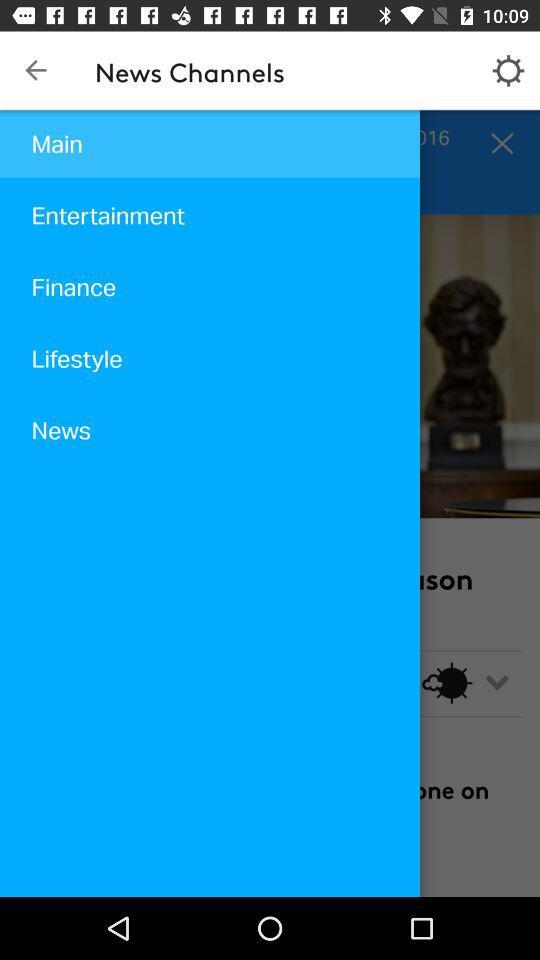 The width and height of the screenshot is (540, 960). Describe the element at coordinates (501, 144) in the screenshot. I see `the close icon` at that location.